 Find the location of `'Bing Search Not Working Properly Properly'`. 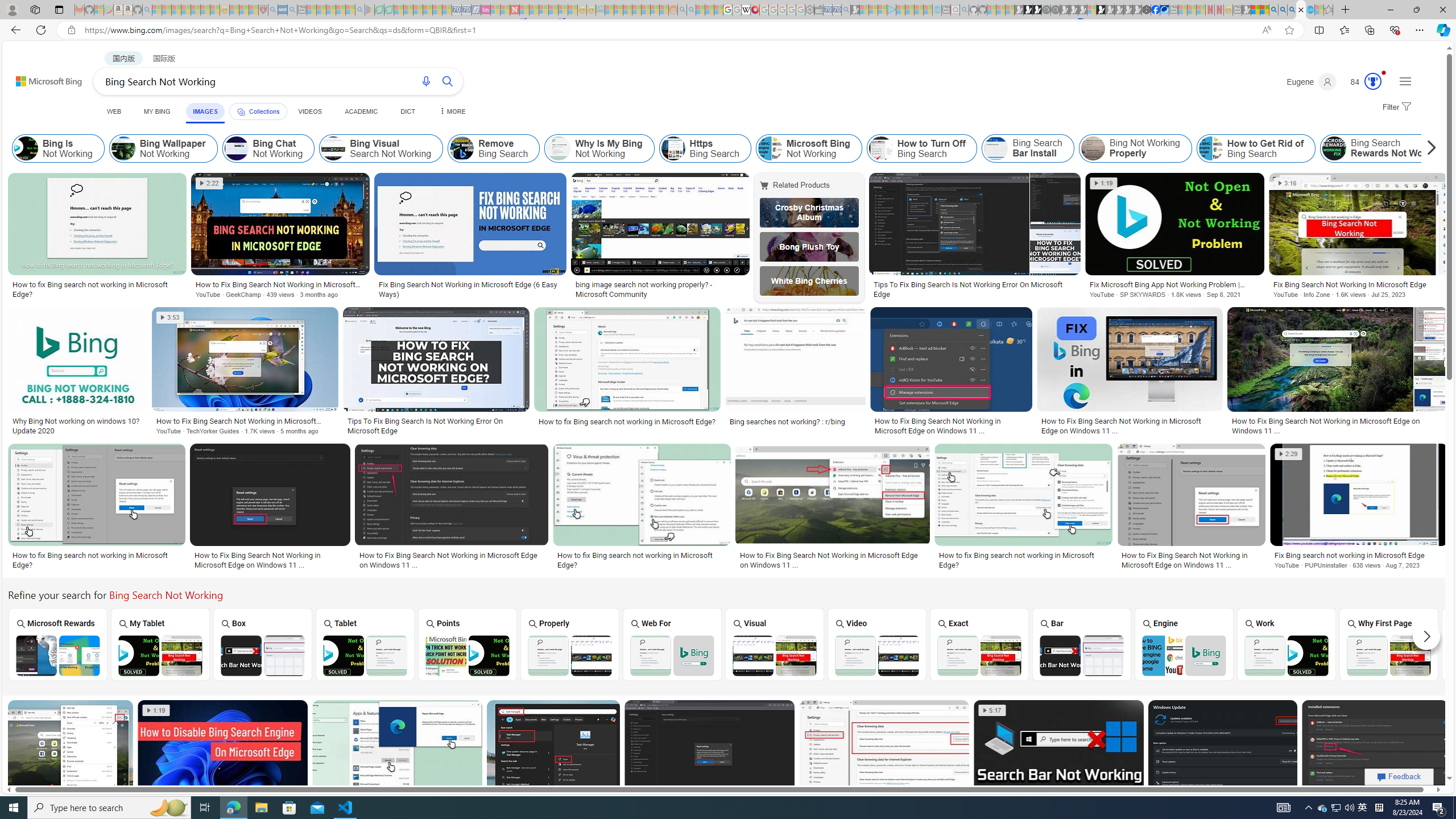

'Bing Search Not Working Properly Properly' is located at coordinates (570, 643).